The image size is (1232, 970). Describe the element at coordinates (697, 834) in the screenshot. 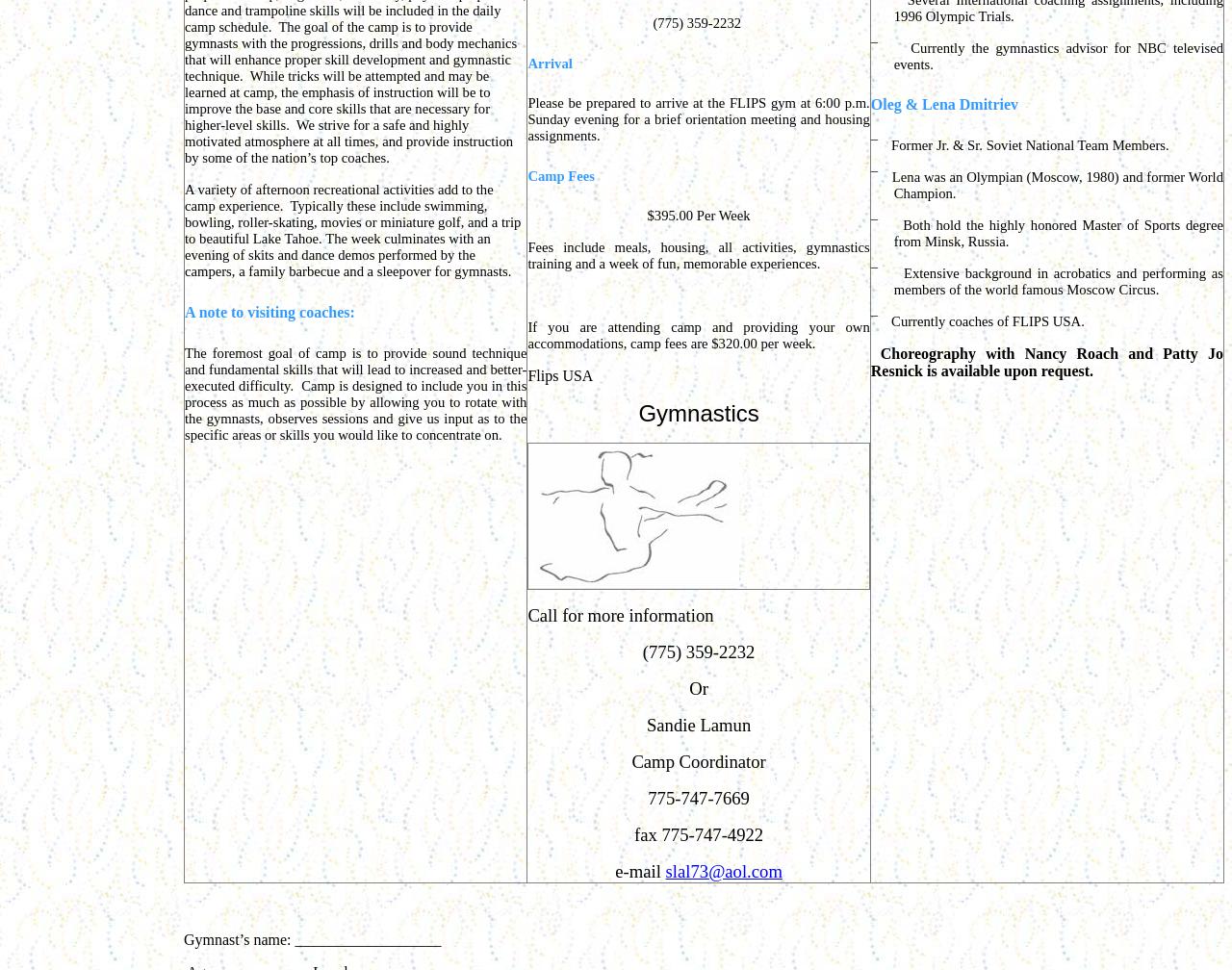

I see `'fax 775-747-4922'` at that location.